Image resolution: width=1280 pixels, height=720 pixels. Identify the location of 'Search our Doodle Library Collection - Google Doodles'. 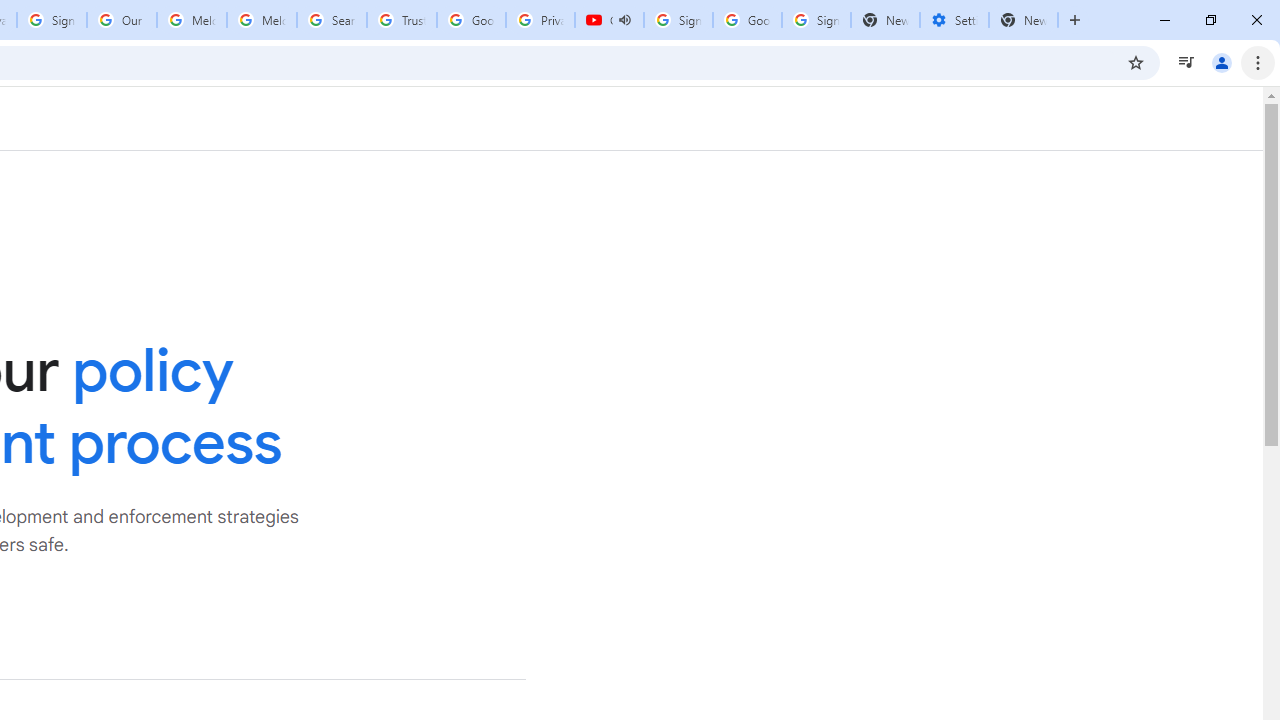
(332, 20).